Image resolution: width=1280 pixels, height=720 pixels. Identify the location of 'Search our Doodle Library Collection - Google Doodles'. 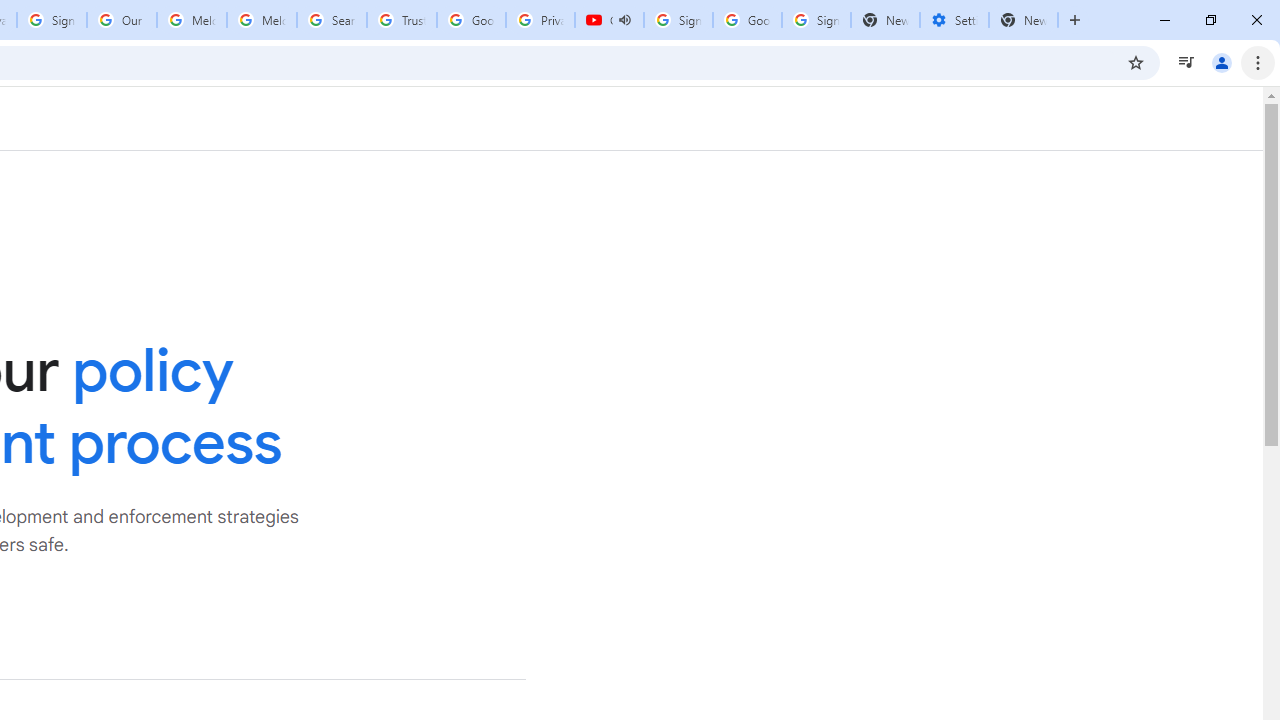
(332, 20).